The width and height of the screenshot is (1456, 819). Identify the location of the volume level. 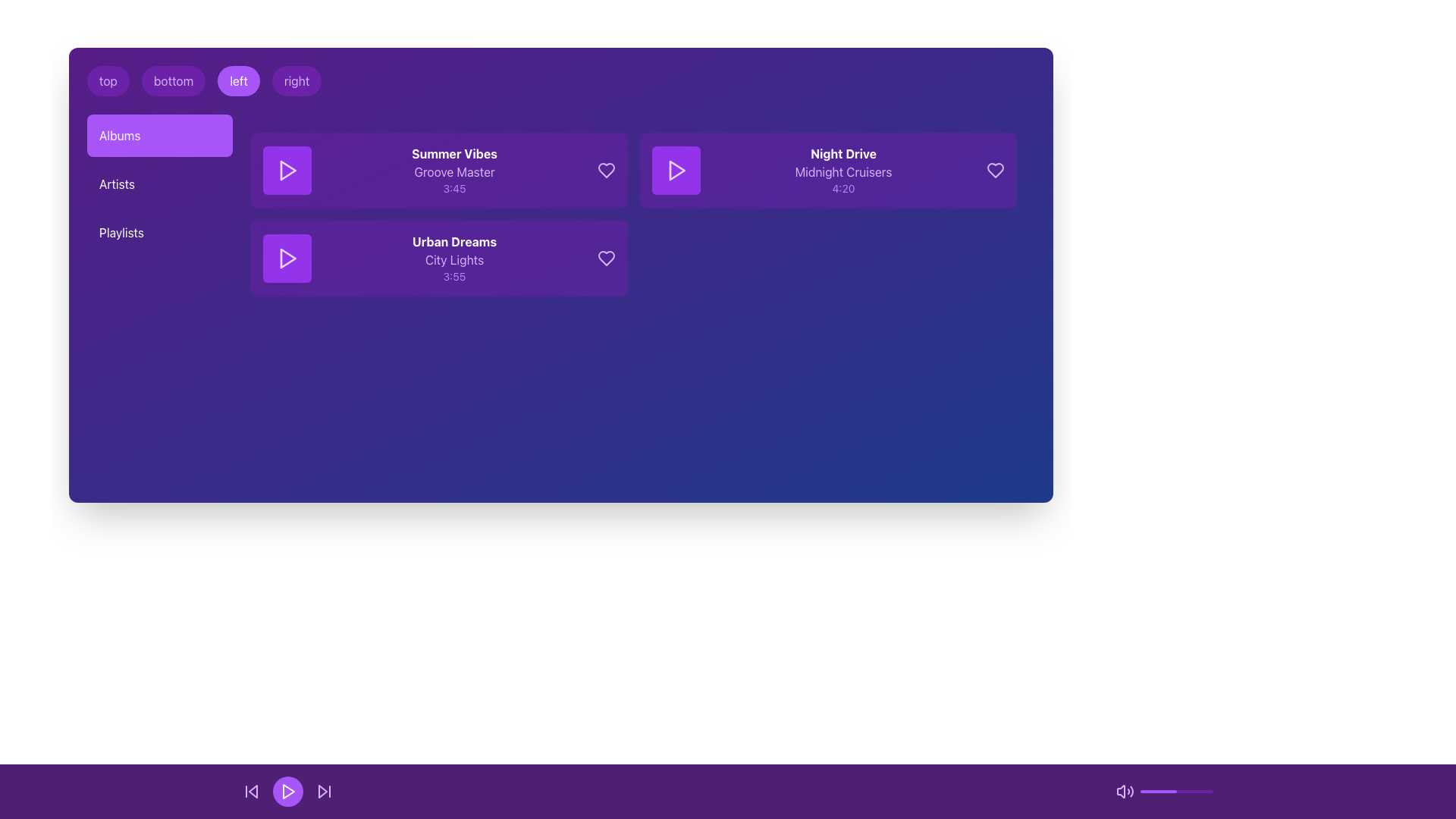
(1204, 791).